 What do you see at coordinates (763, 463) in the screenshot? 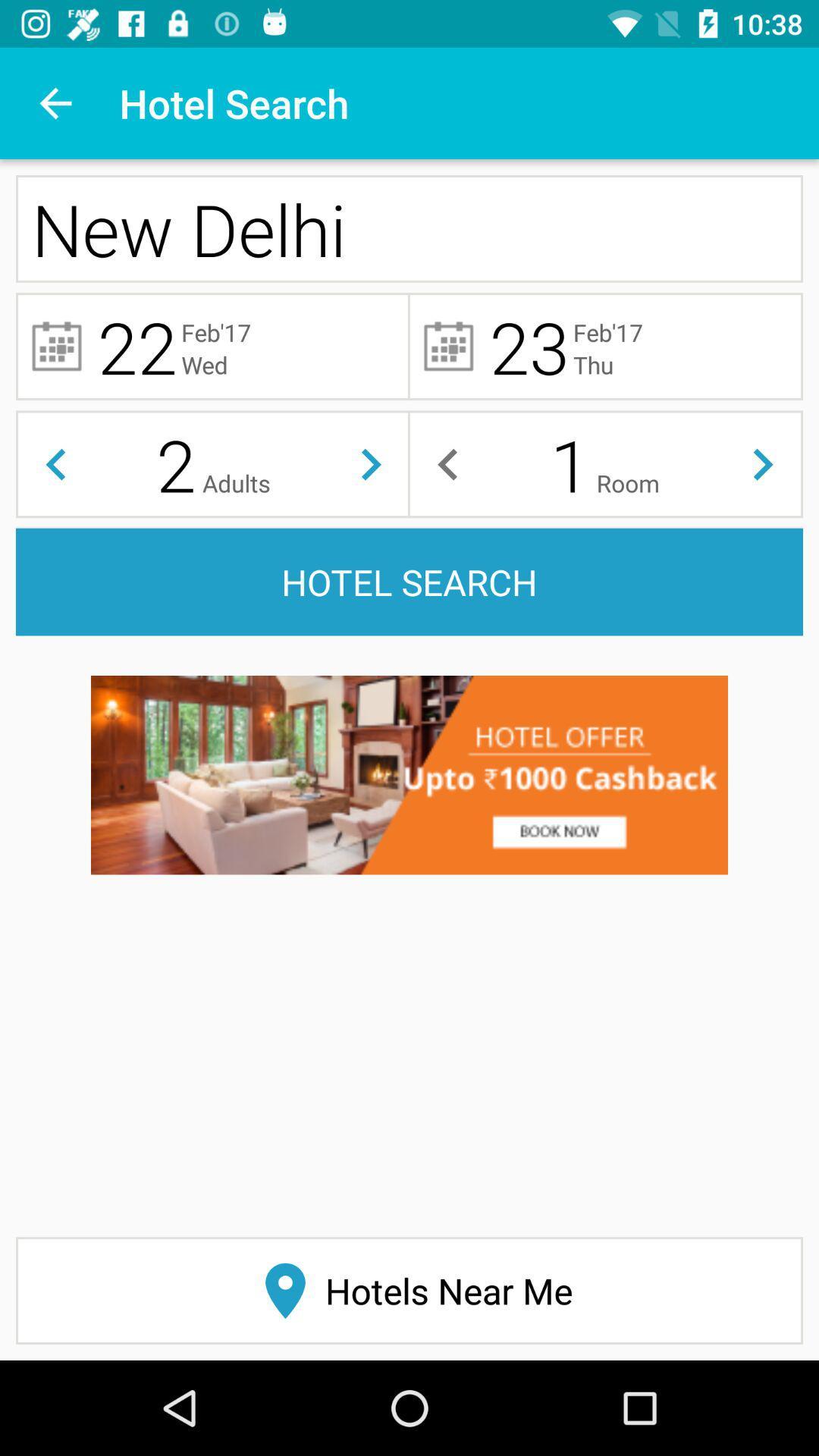
I see `autoplay option` at bounding box center [763, 463].